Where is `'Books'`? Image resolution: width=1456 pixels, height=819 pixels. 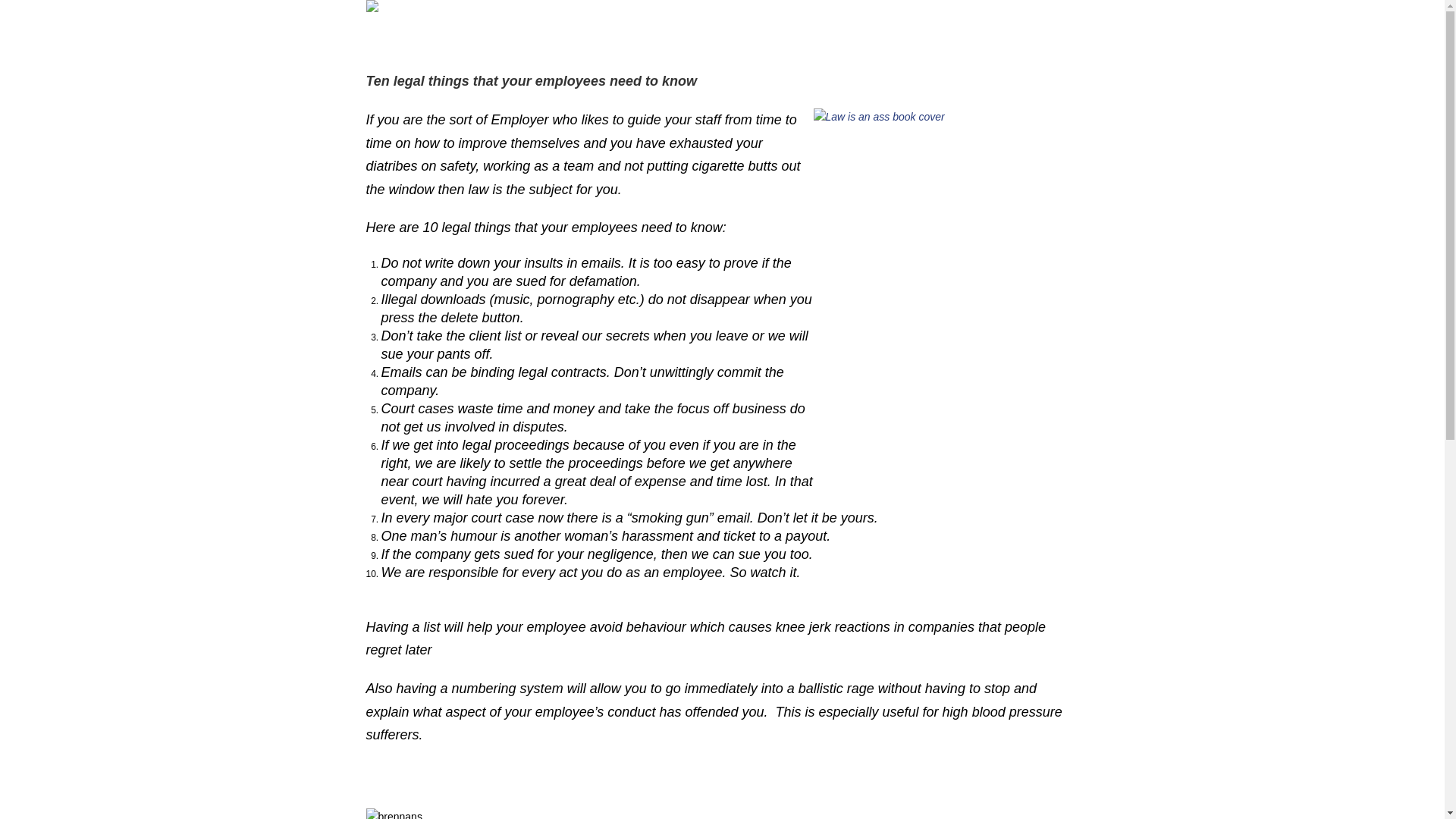
'Books' is located at coordinates (598, 32).